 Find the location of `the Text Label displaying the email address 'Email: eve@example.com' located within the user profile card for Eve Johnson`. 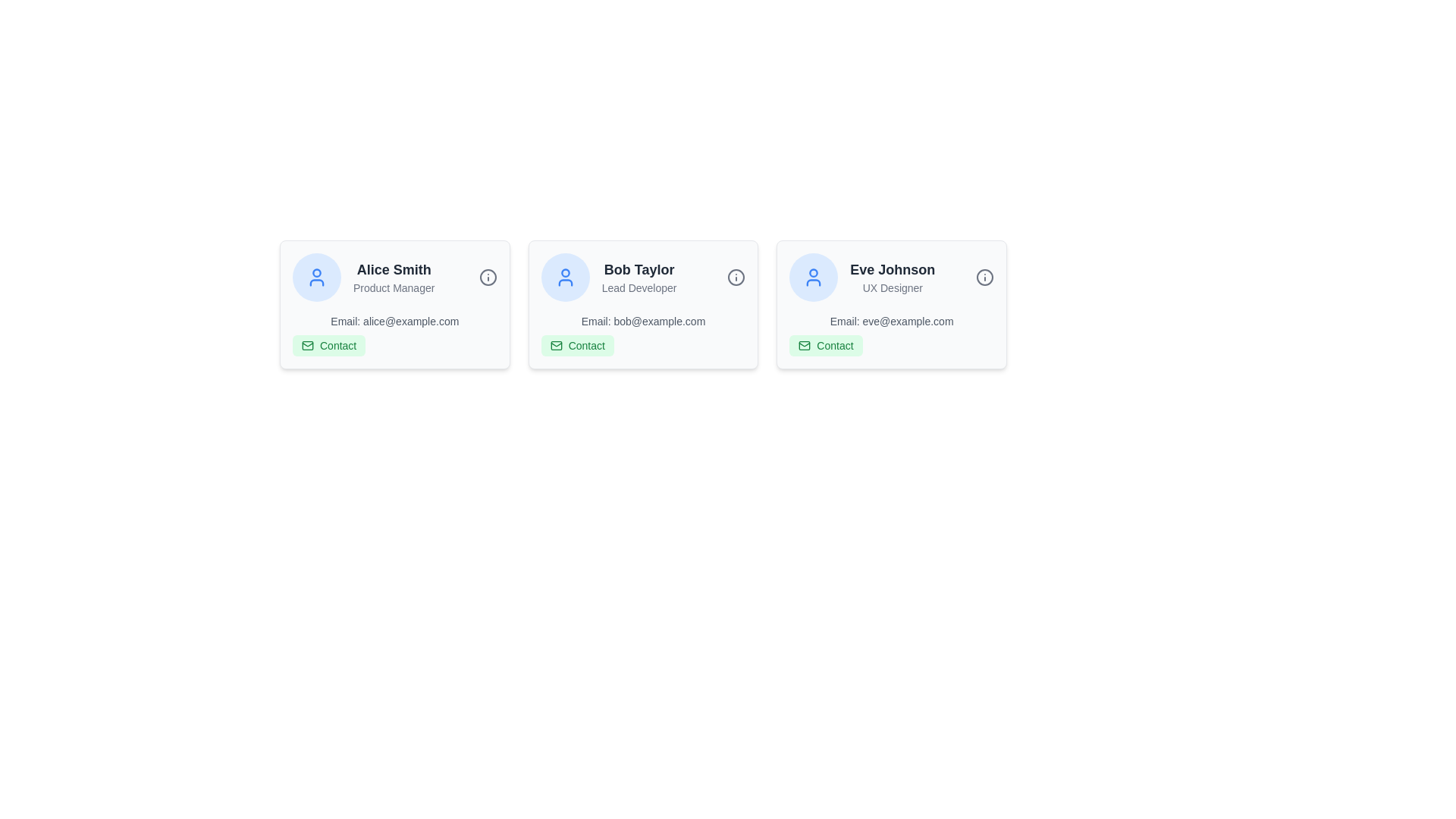

the Text Label displaying the email address 'Email: eve@example.com' located within the user profile card for Eve Johnson is located at coordinates (892, 321).